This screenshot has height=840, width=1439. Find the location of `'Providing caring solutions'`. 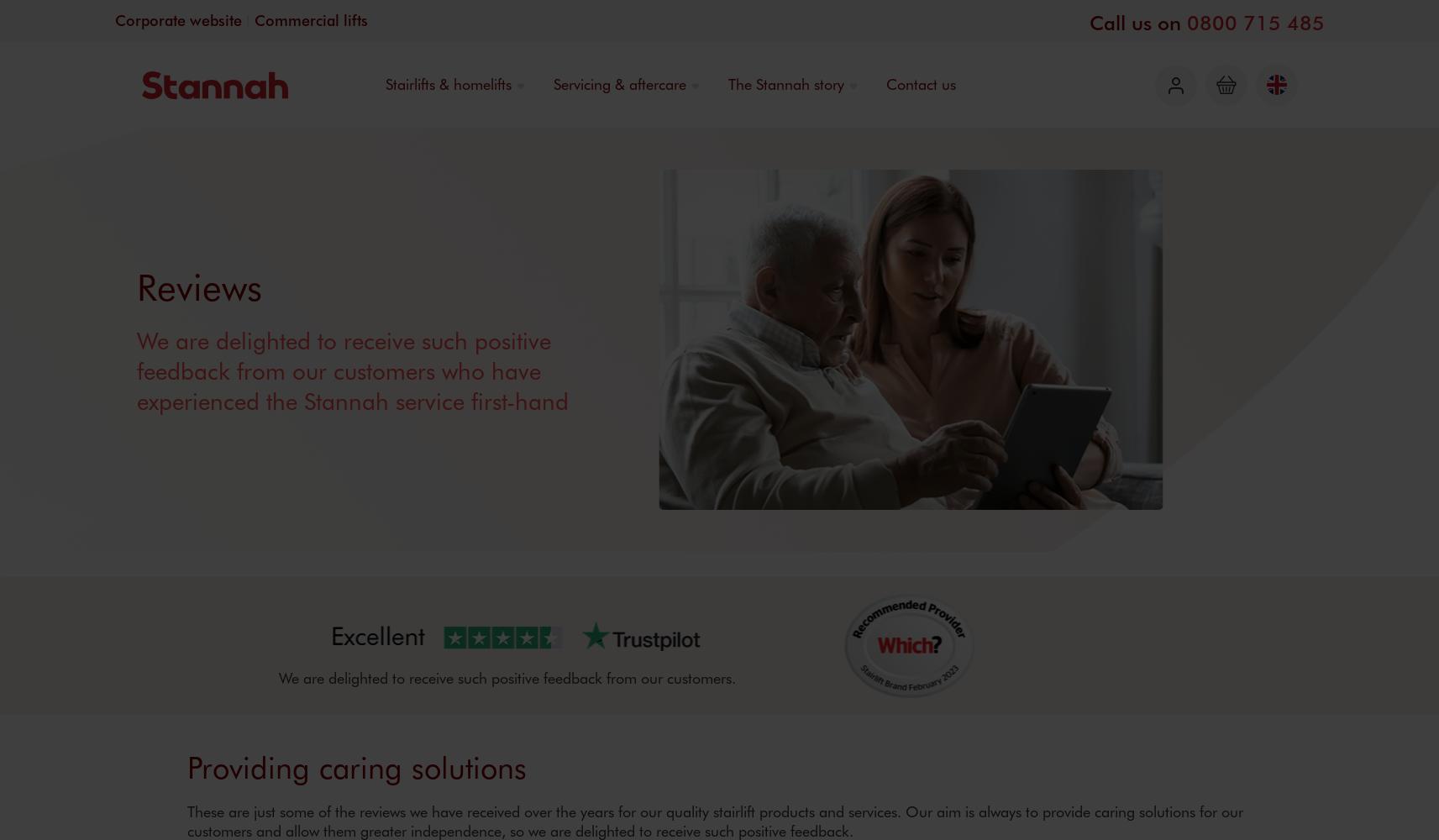

'Providing caring solutions' is located at coordinates (354, 766).